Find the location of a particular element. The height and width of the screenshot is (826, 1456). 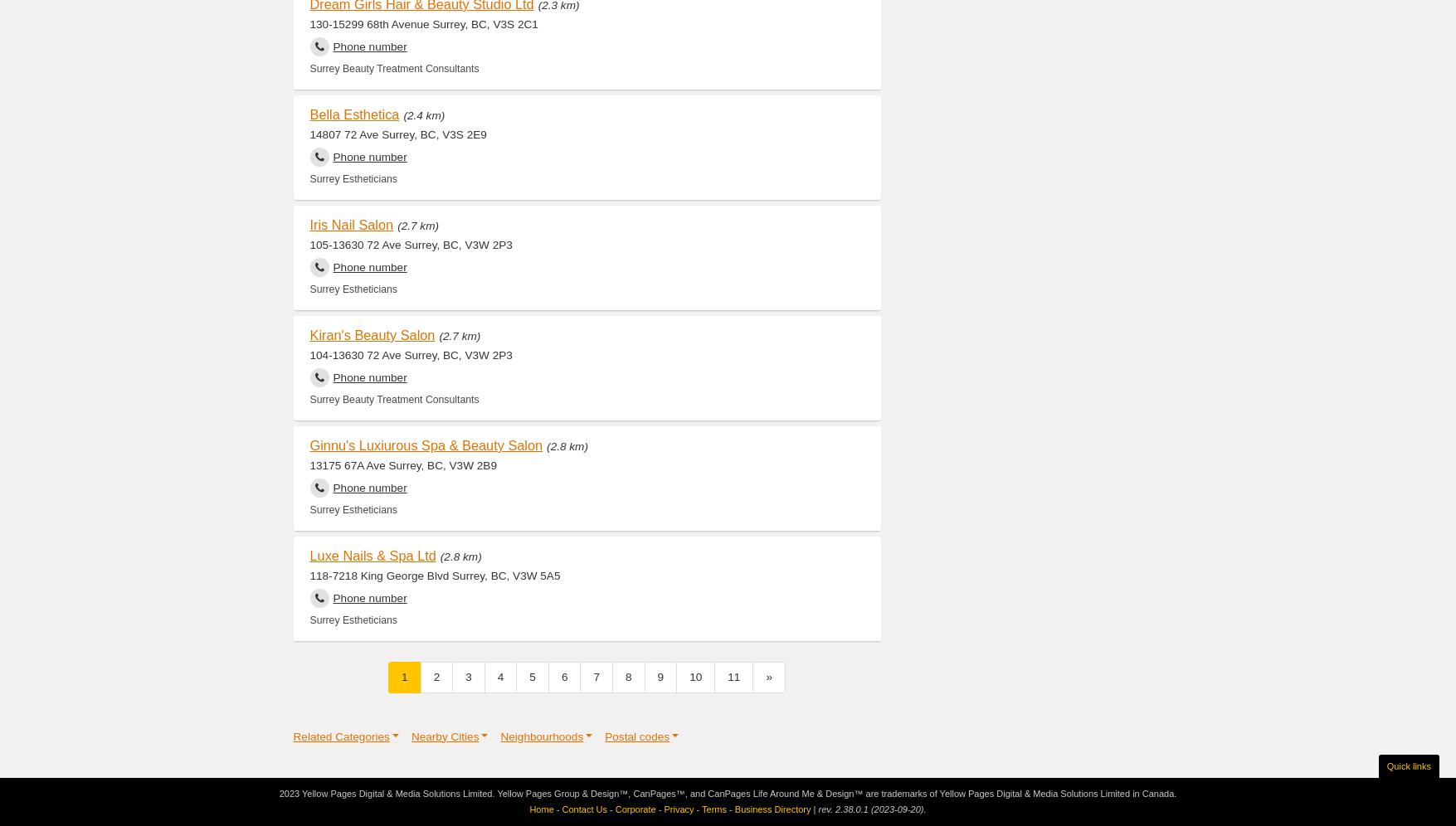

'Postal codes' is located at coordinates (635, 735).